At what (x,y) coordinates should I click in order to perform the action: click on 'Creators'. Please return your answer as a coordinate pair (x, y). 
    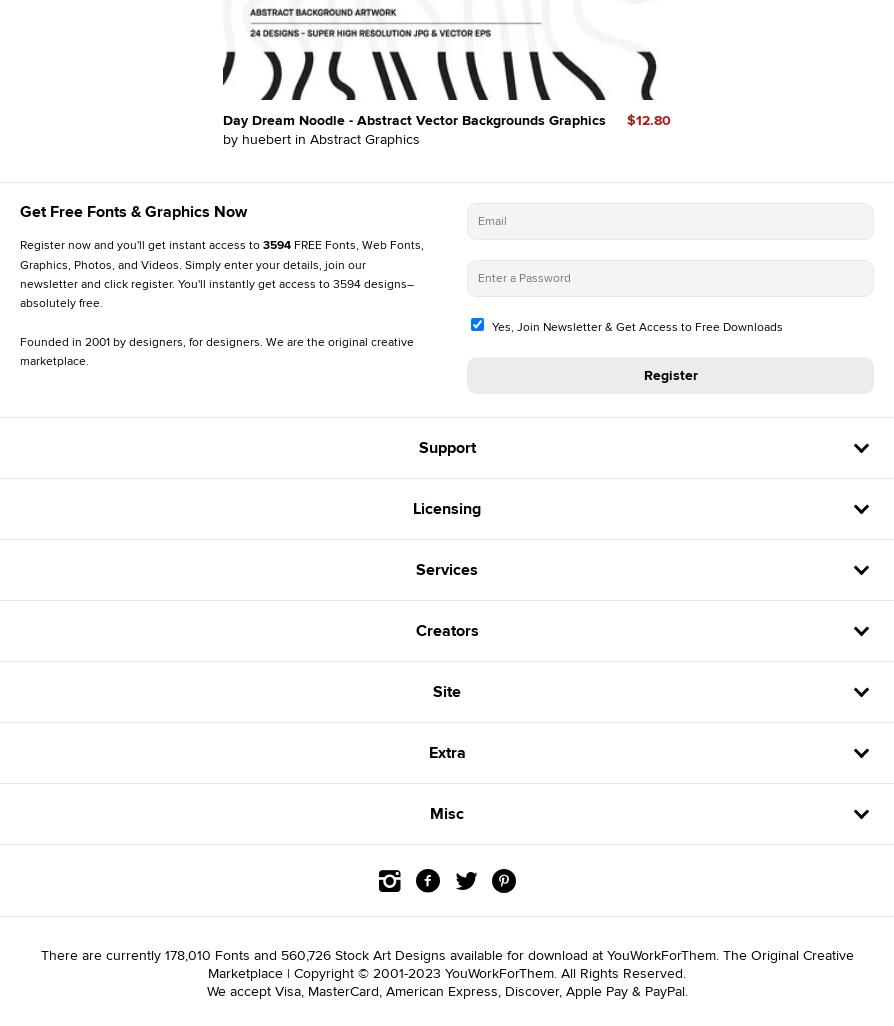
    Looking at the image, I should click on (445, 629).